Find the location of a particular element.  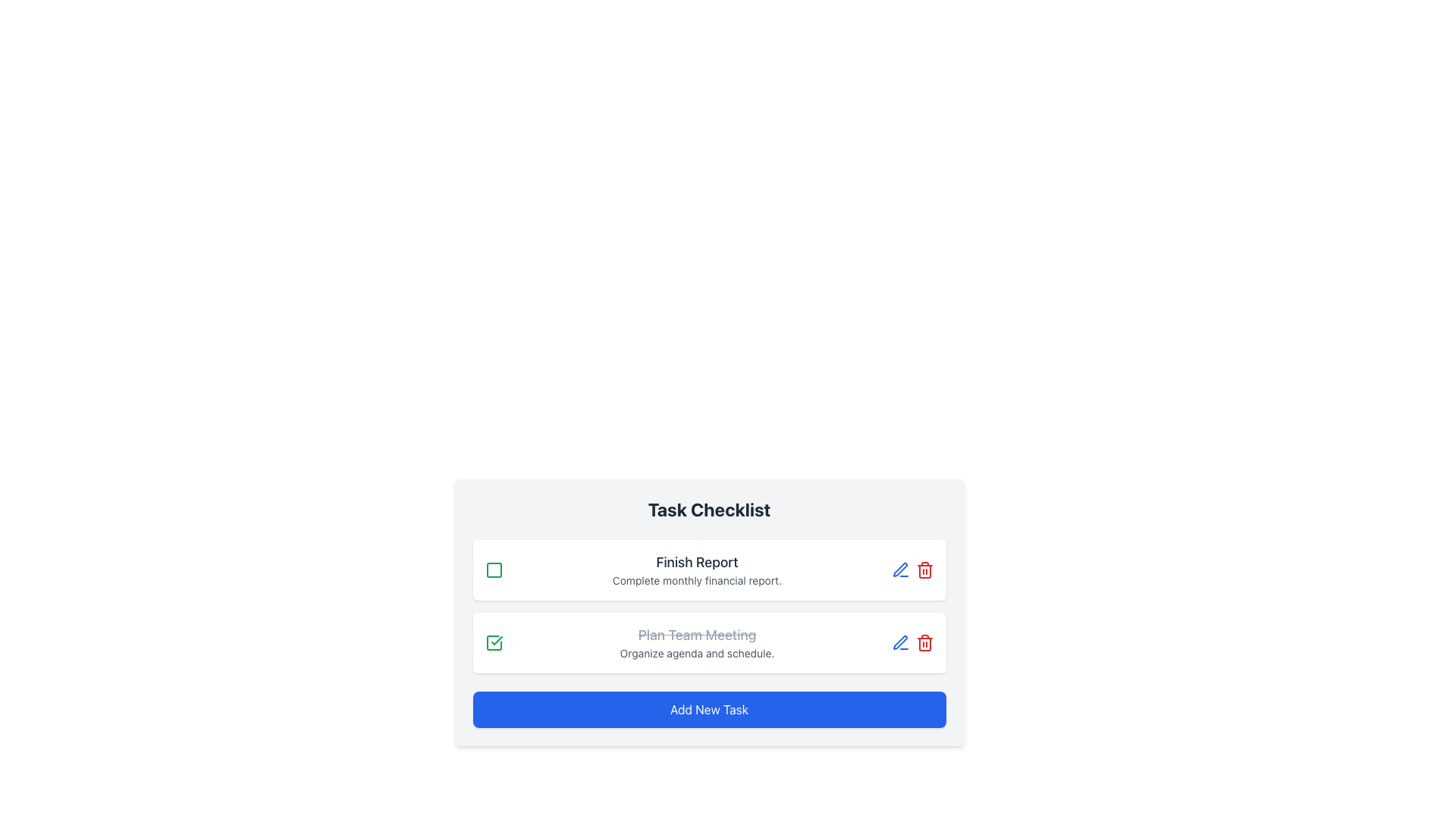

the small square icon with a transparent or white interior and a visible border located at the left side of the first entry in the checklist to mark the task is located at coordinates (494, 570).